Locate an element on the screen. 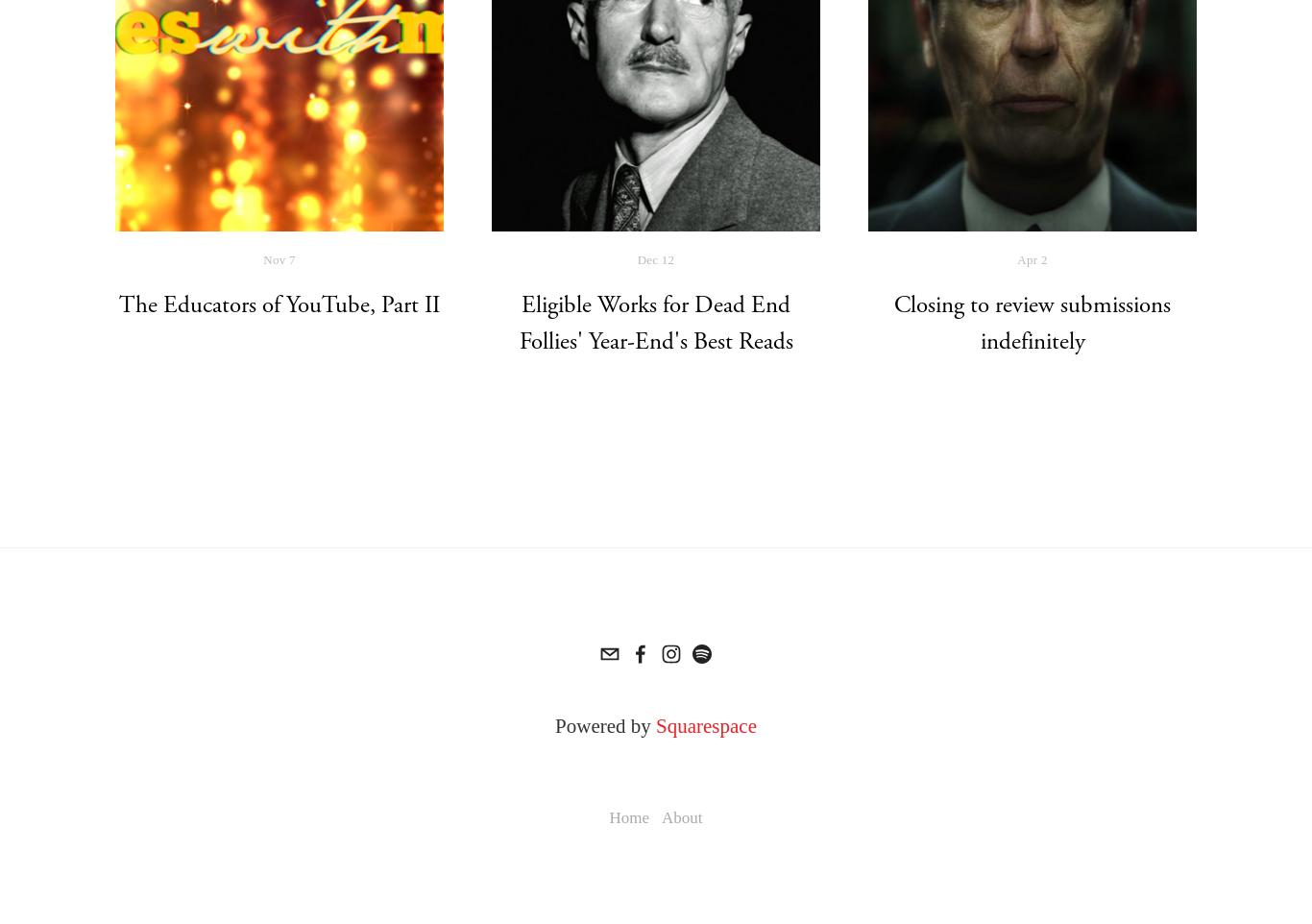  '2' is located at coordinates (1042, 258).